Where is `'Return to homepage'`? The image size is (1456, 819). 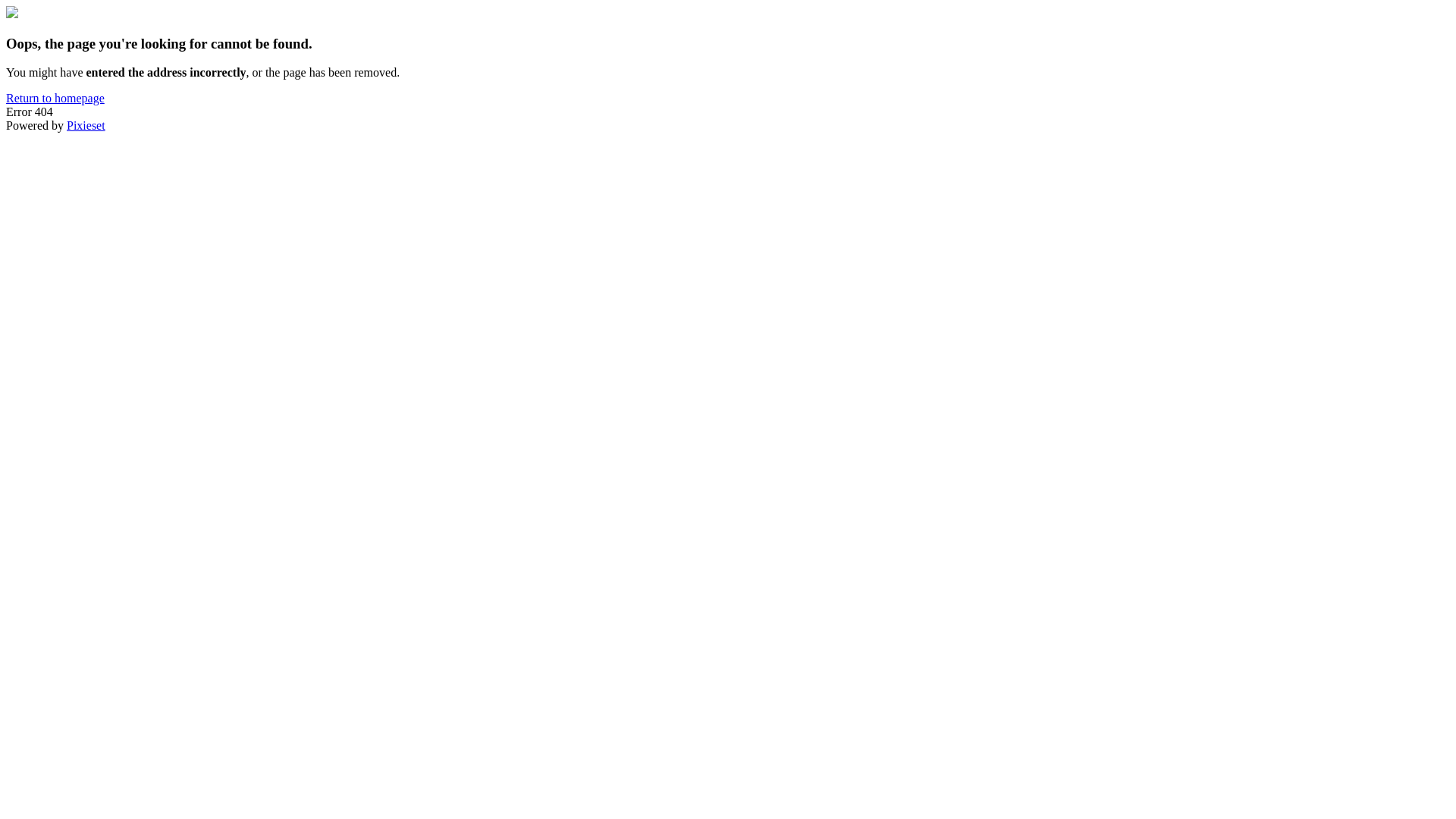
'Return to homepage' is located at coordinates (55, 98).